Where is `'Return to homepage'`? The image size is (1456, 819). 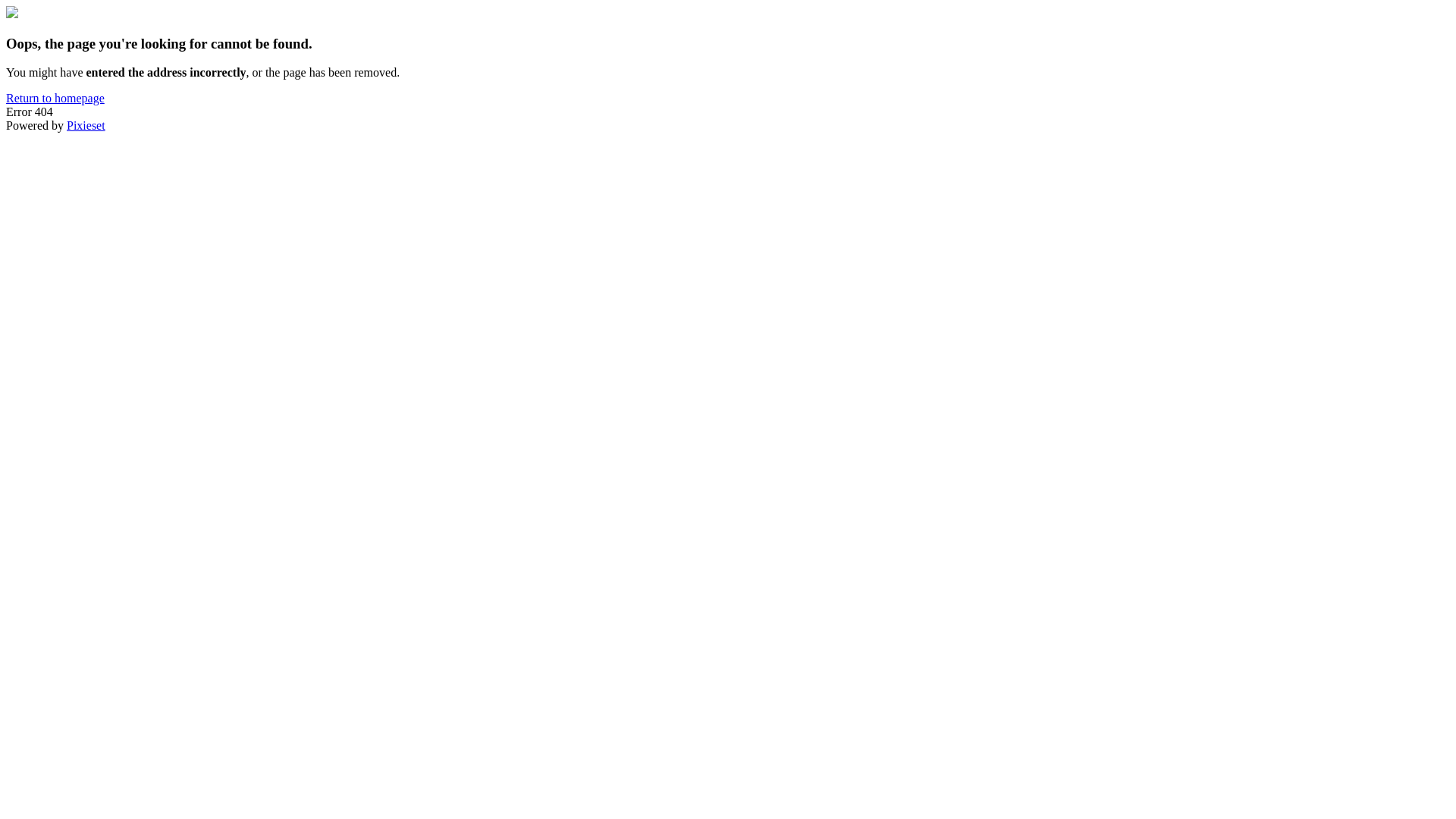
'Return to homepage' is located at coordinates (55, 98).